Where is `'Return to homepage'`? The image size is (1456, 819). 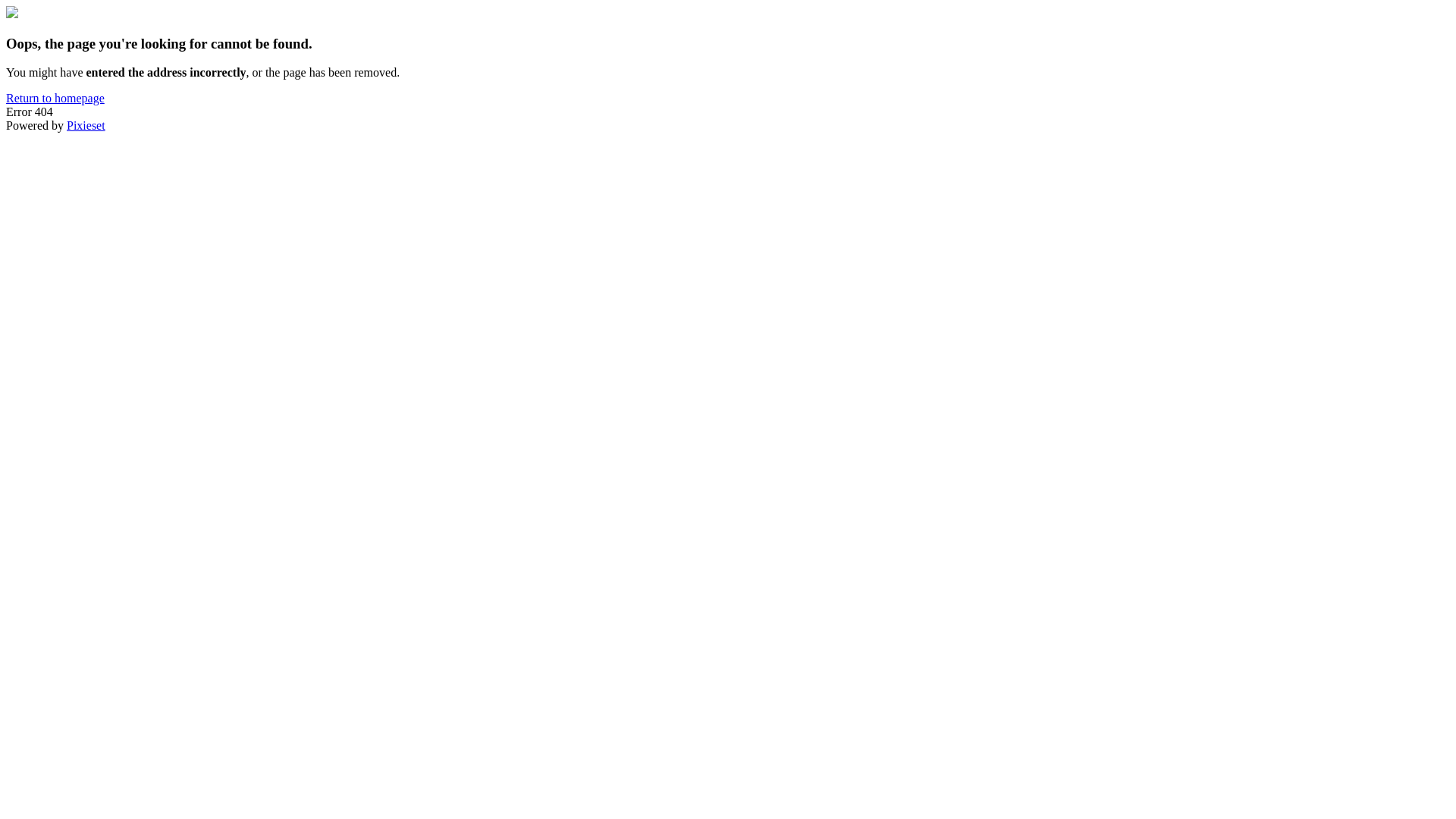
'Return to homepage' is located at coordinates (55, 98).